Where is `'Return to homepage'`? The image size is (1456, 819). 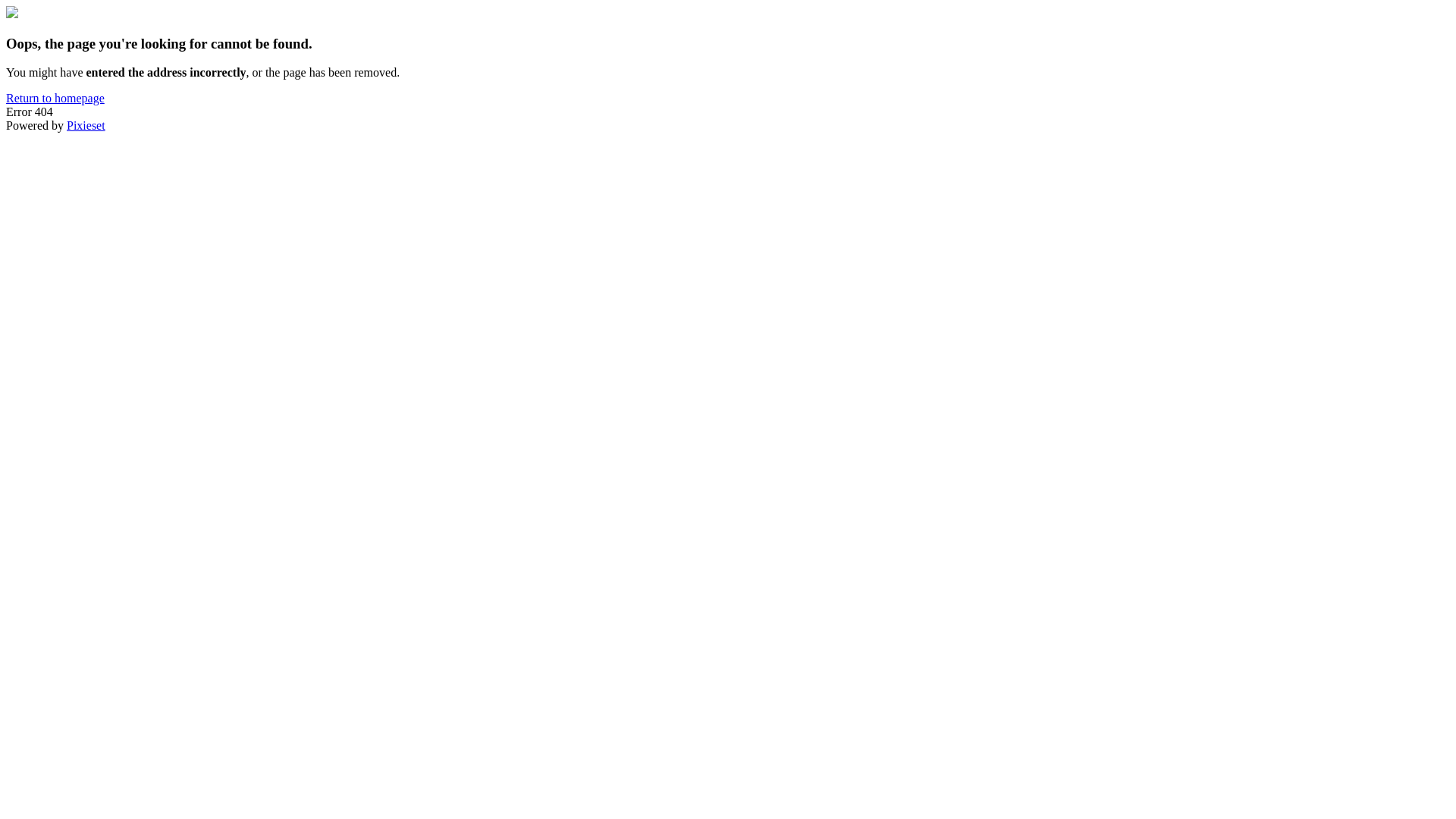
'Return to homepage' is located at coordinates (55, 98).